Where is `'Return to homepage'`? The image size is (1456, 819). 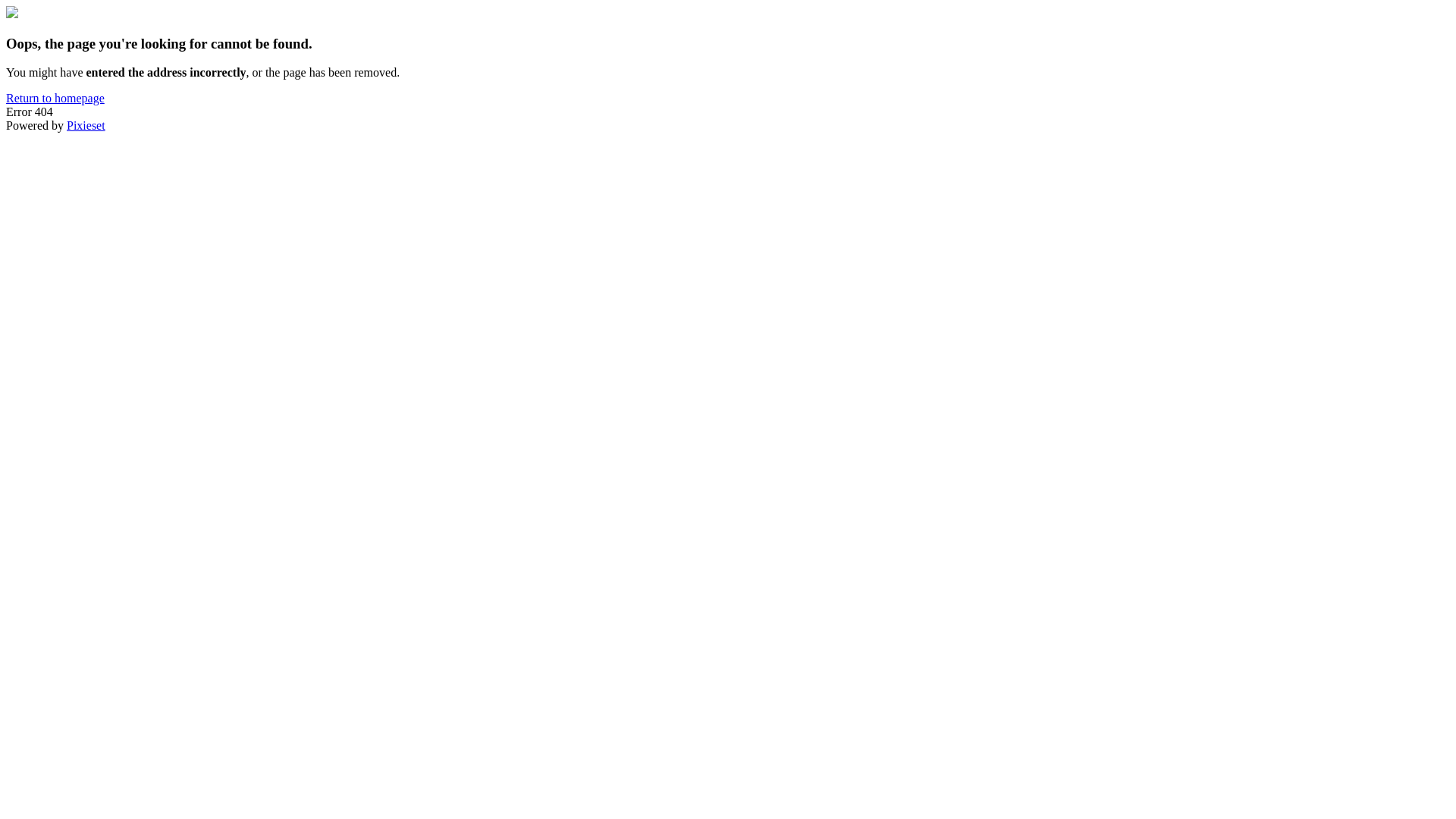
'Return to homepage' is located at coordinates (55, 98).